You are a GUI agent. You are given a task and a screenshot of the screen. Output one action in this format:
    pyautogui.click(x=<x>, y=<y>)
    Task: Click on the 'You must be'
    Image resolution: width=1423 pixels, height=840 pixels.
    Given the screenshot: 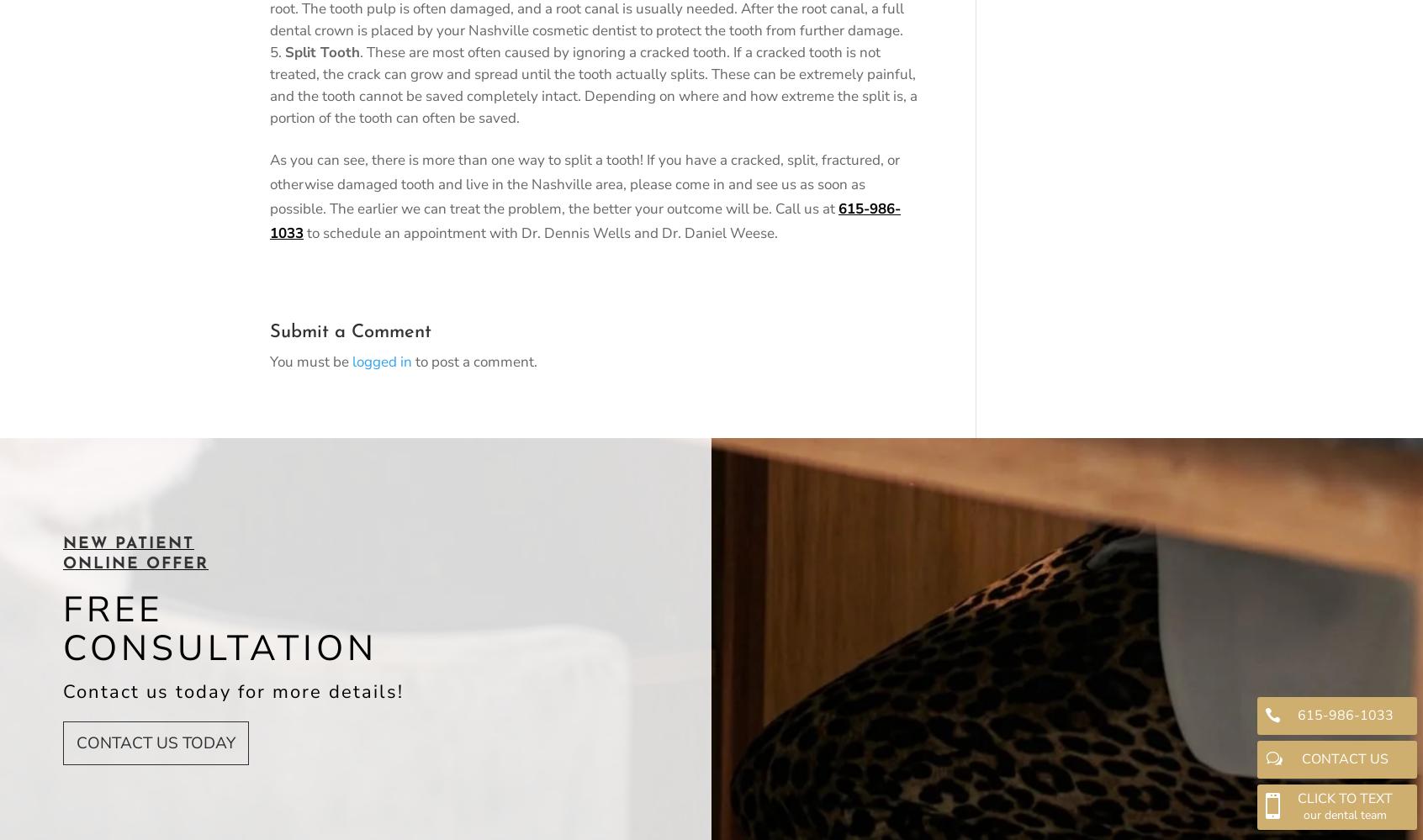 What is the action you would take?
    pyautogui.click(x=311, y=360)
    